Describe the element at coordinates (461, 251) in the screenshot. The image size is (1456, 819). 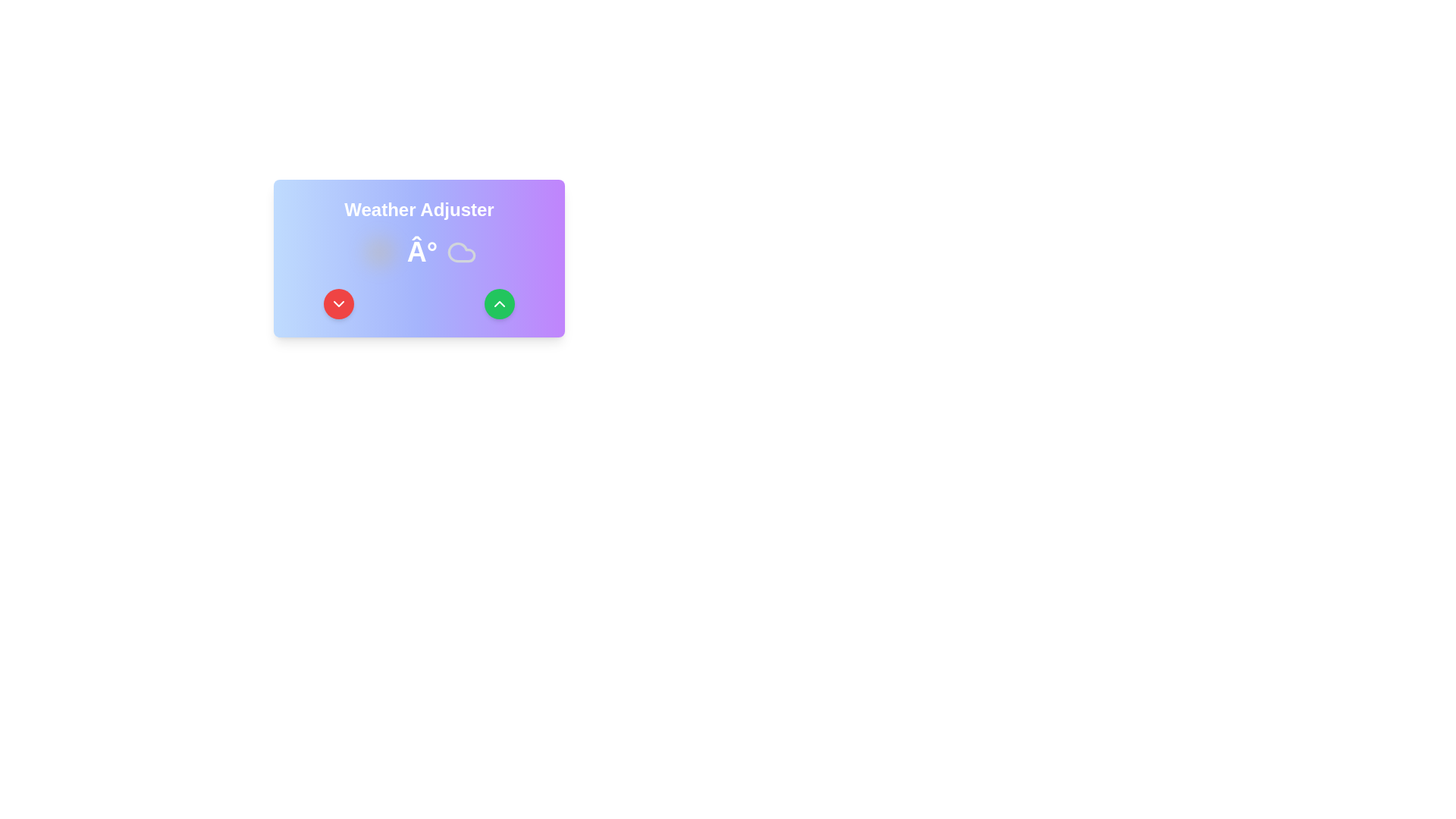
I see `the light gray cloud-shaped icon with a smooth design, positioned next to the character 'Â°' and to the left of the green upward arrow button in the weather display` at that location.